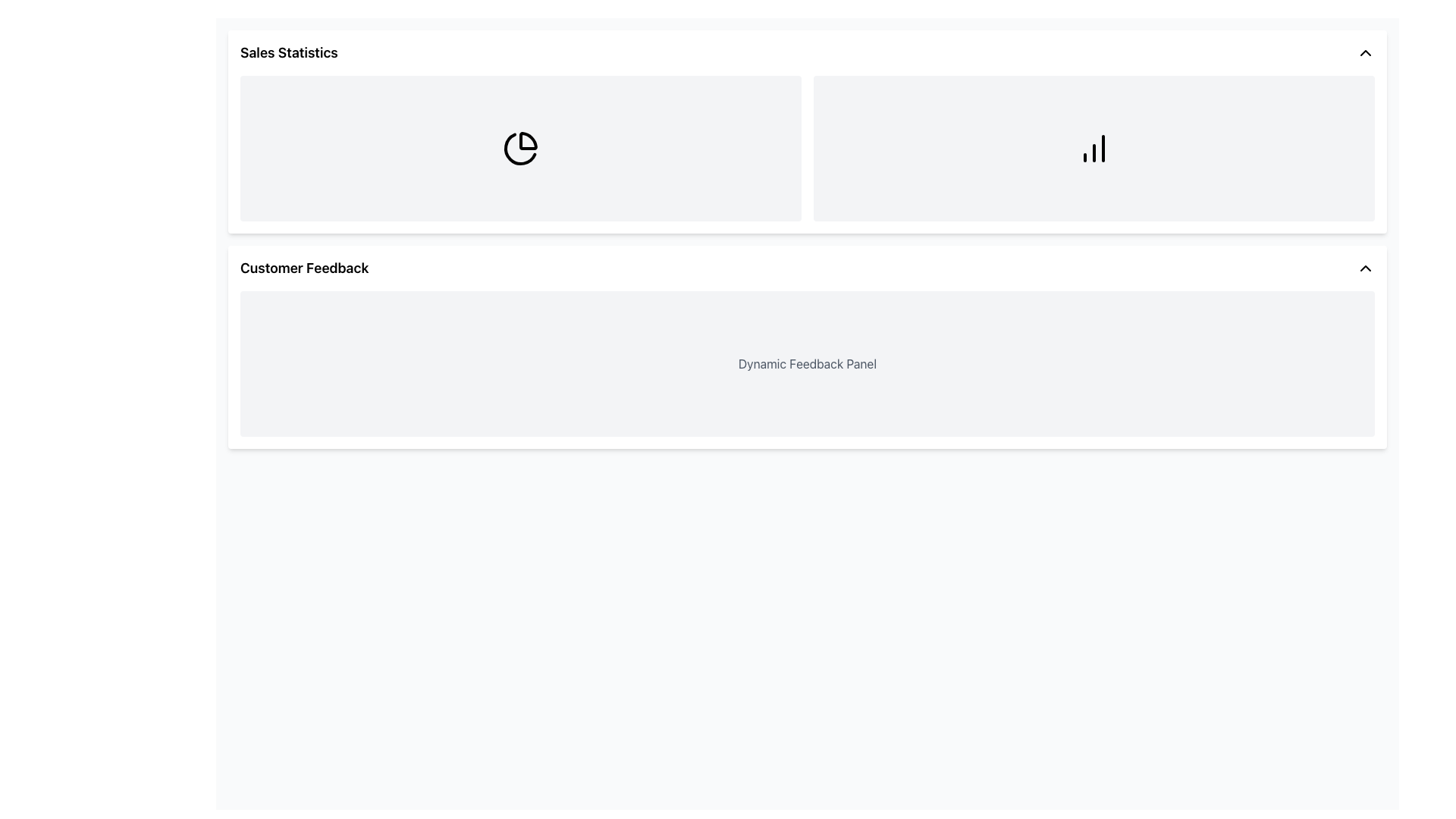 The image size is (1456, 819). Describe the element at coordinates (1365, 52) in the screenshot. I see `the toggle button located at the far-right edge of the 'Sales Statistics' section` at that location.